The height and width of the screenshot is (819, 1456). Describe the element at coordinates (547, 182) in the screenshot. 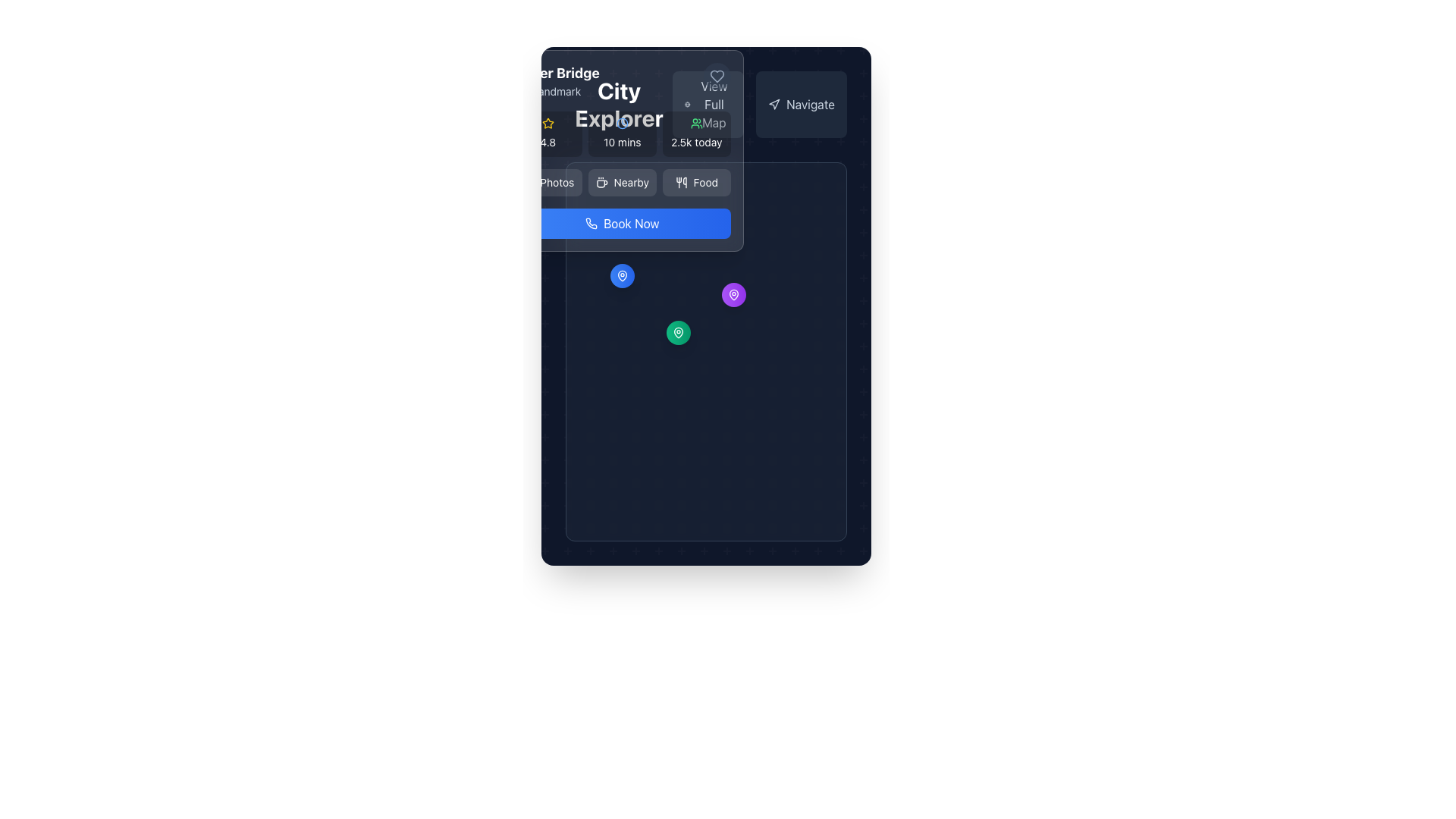

I see `the first button in a group of three buttons that likely navigates to the 'Photos' section` at that location.